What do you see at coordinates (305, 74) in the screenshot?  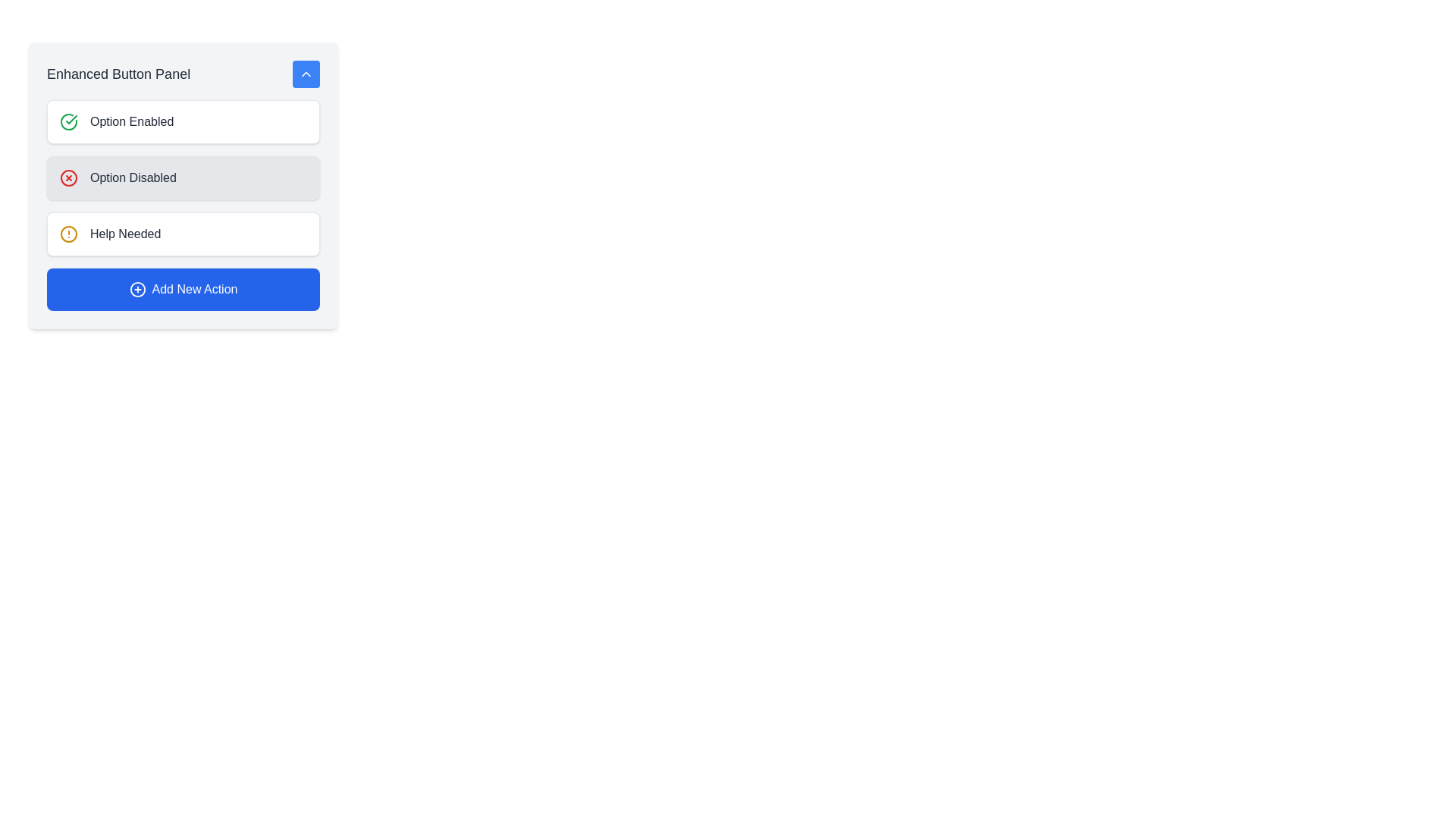 I see `the small, square-shaped button with rounded corners and a blue background featuring a white upward arrow icon at its center, located at the top-right corner of the 'Enhanced Button Panel'` at bounding box center [305, 74].